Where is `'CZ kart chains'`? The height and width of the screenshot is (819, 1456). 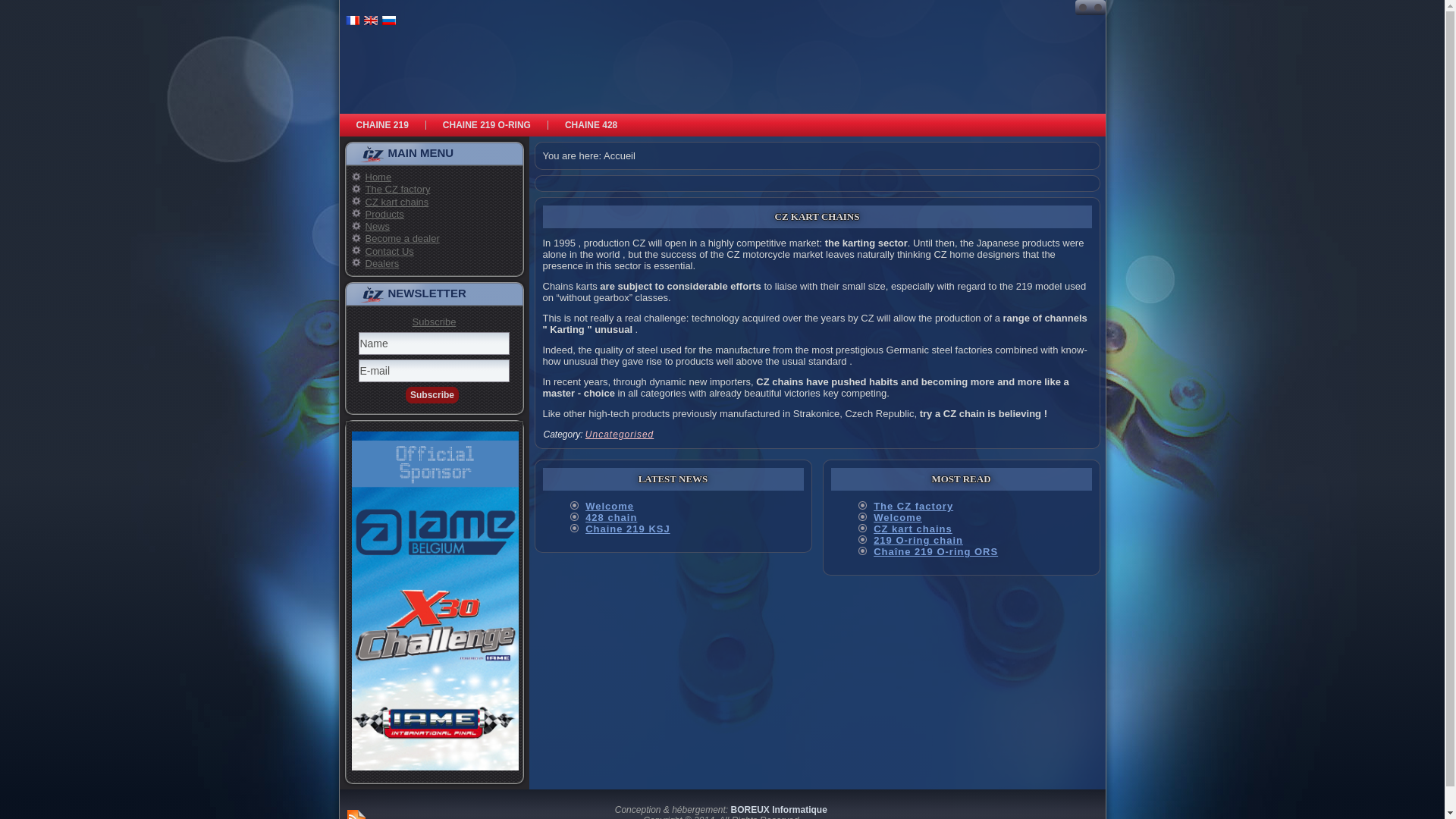
'CZ kart chains' is located at coordinates (365, 200).